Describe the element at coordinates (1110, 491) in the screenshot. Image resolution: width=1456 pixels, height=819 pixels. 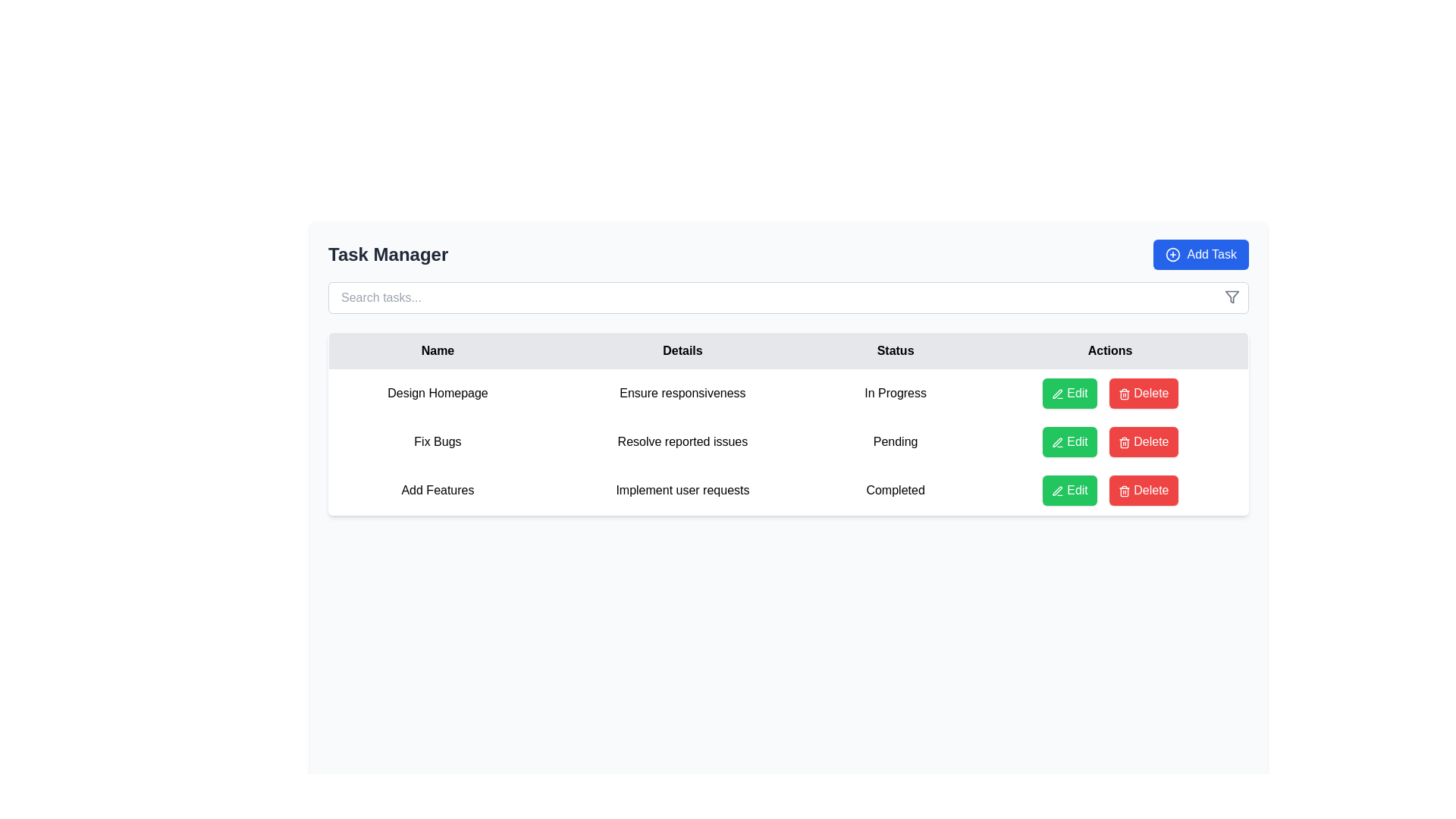
I see `the 'Delete' button in the Button Group for the task titled 'Add Features' to initiate task removal` at that location.